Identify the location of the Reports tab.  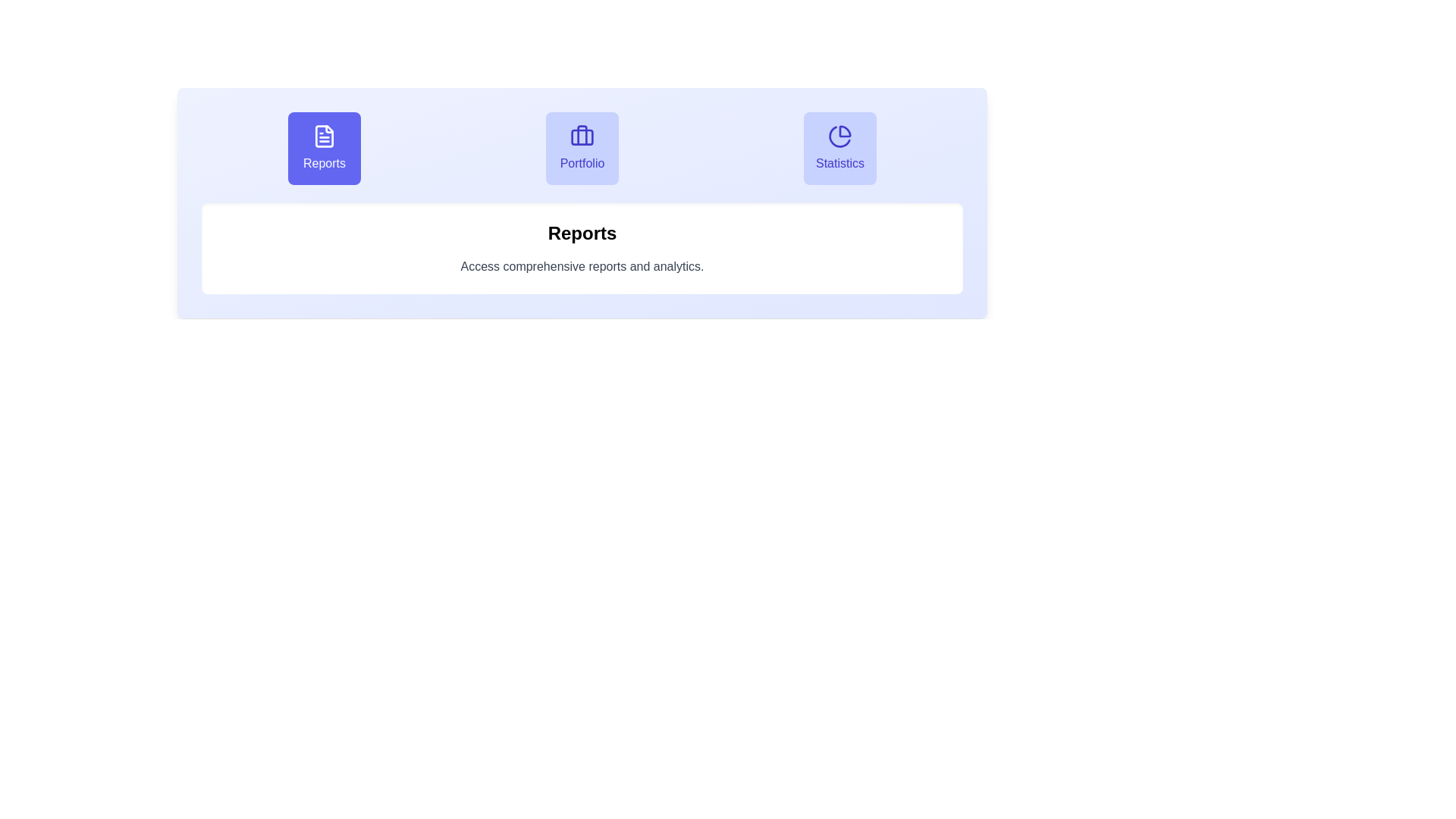
(323, 149).